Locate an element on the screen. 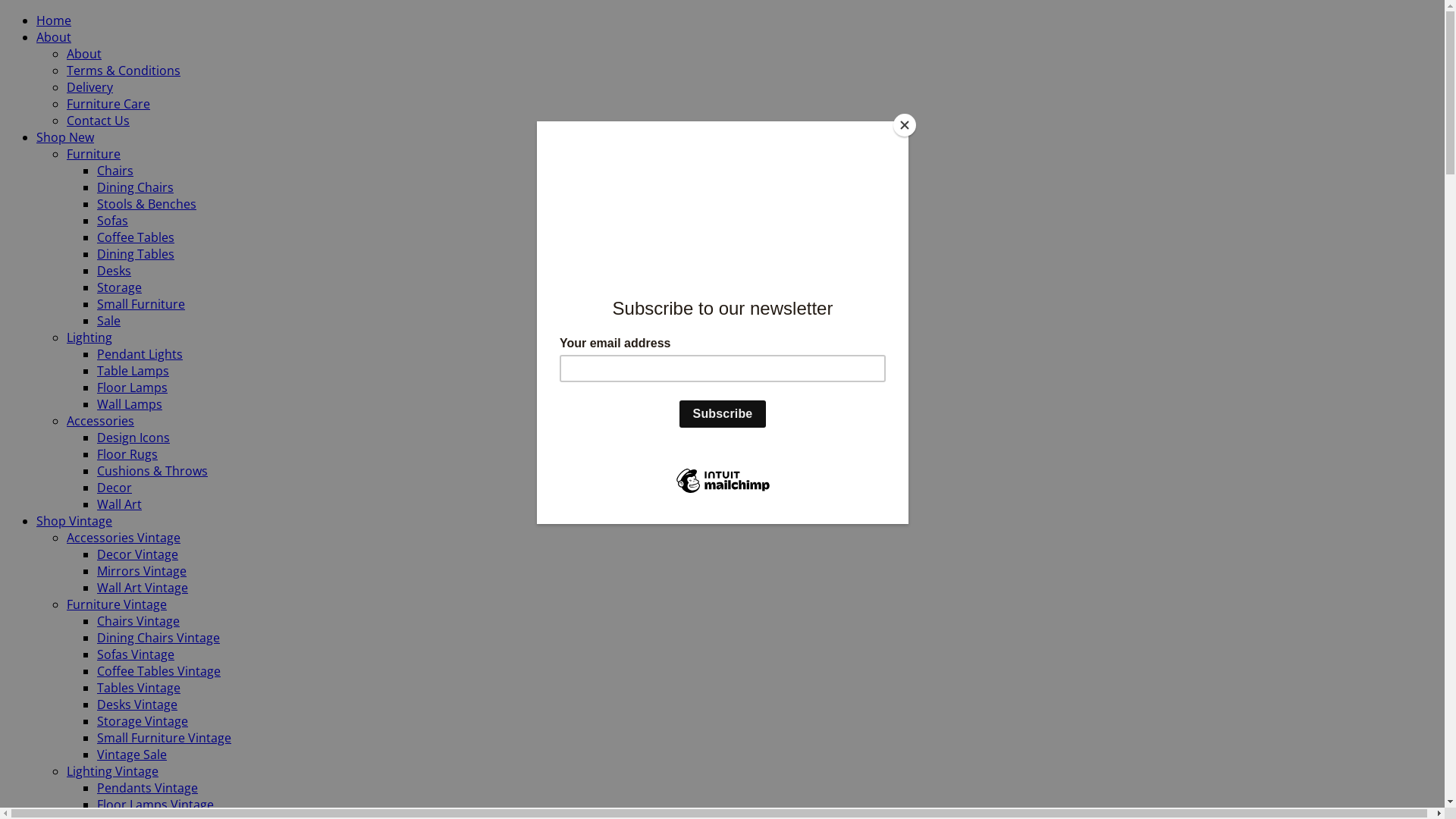  'Pendant Lights' is located at coordinates (140, 353).